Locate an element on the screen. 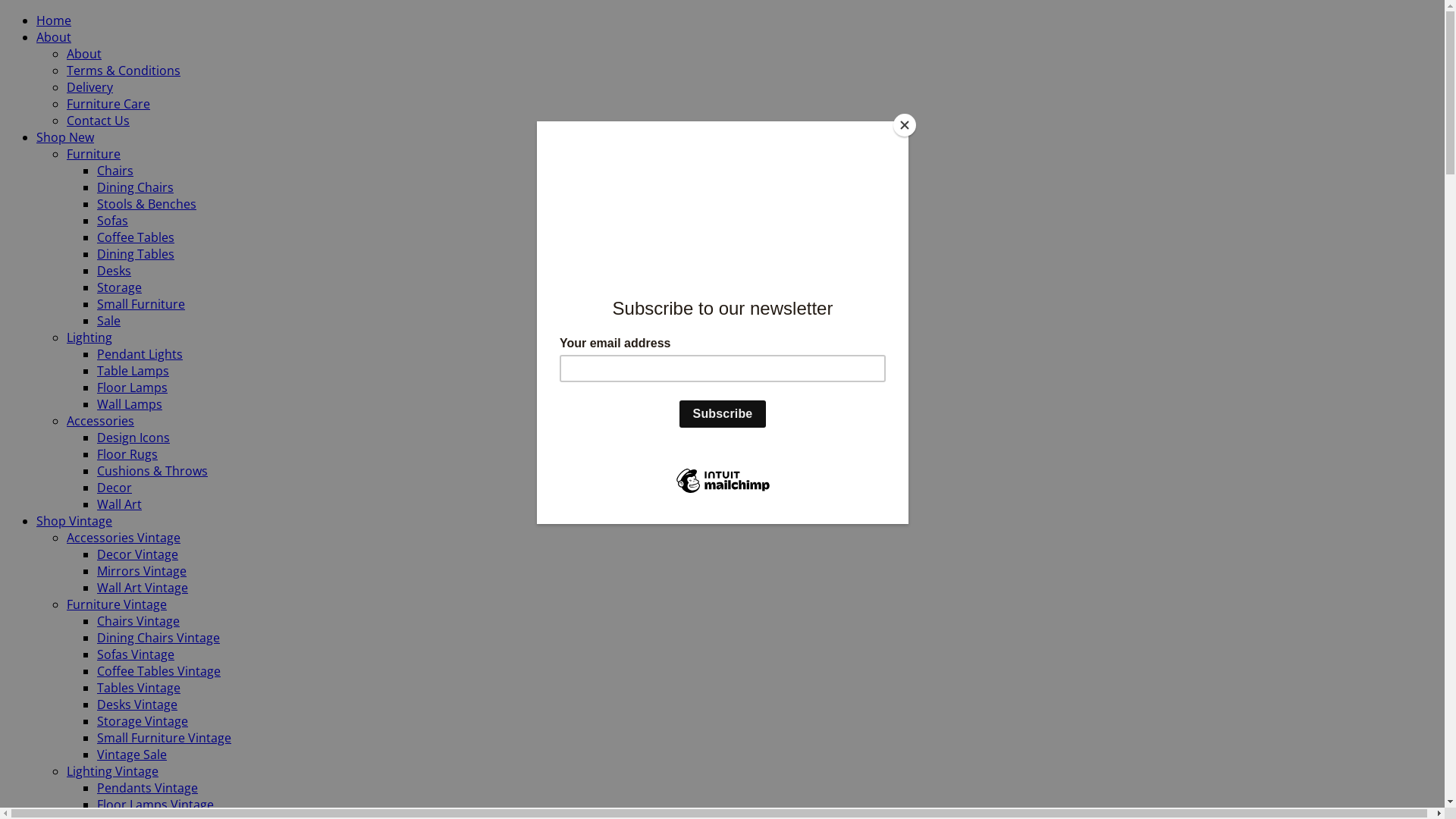  'Pendant Lights' is located at coordinates (140, 353).